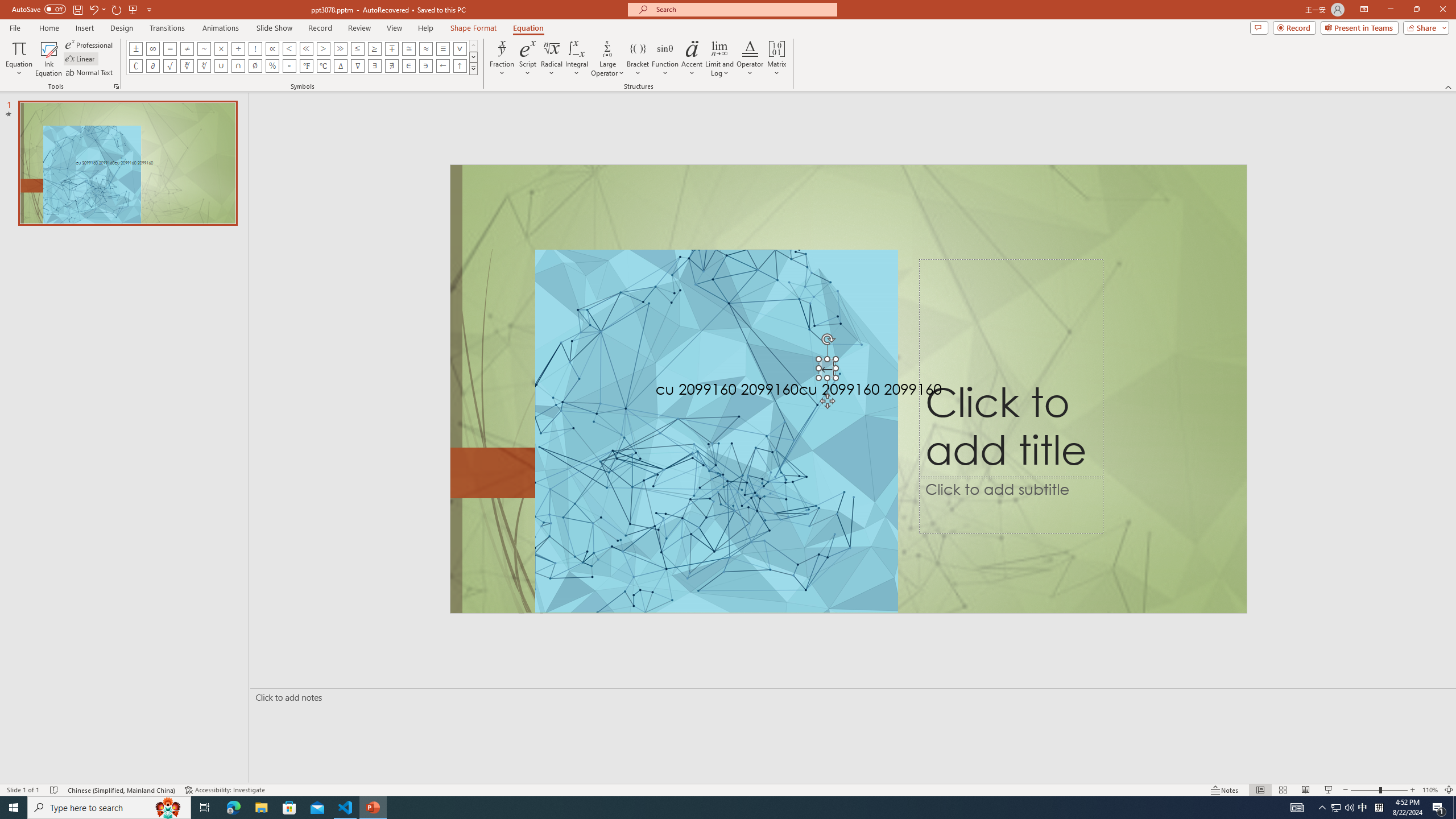 The height and width of the screenshot is (819, 1456). I want to click on 'Equation Symbol Plus Minus', so click(136, 48).